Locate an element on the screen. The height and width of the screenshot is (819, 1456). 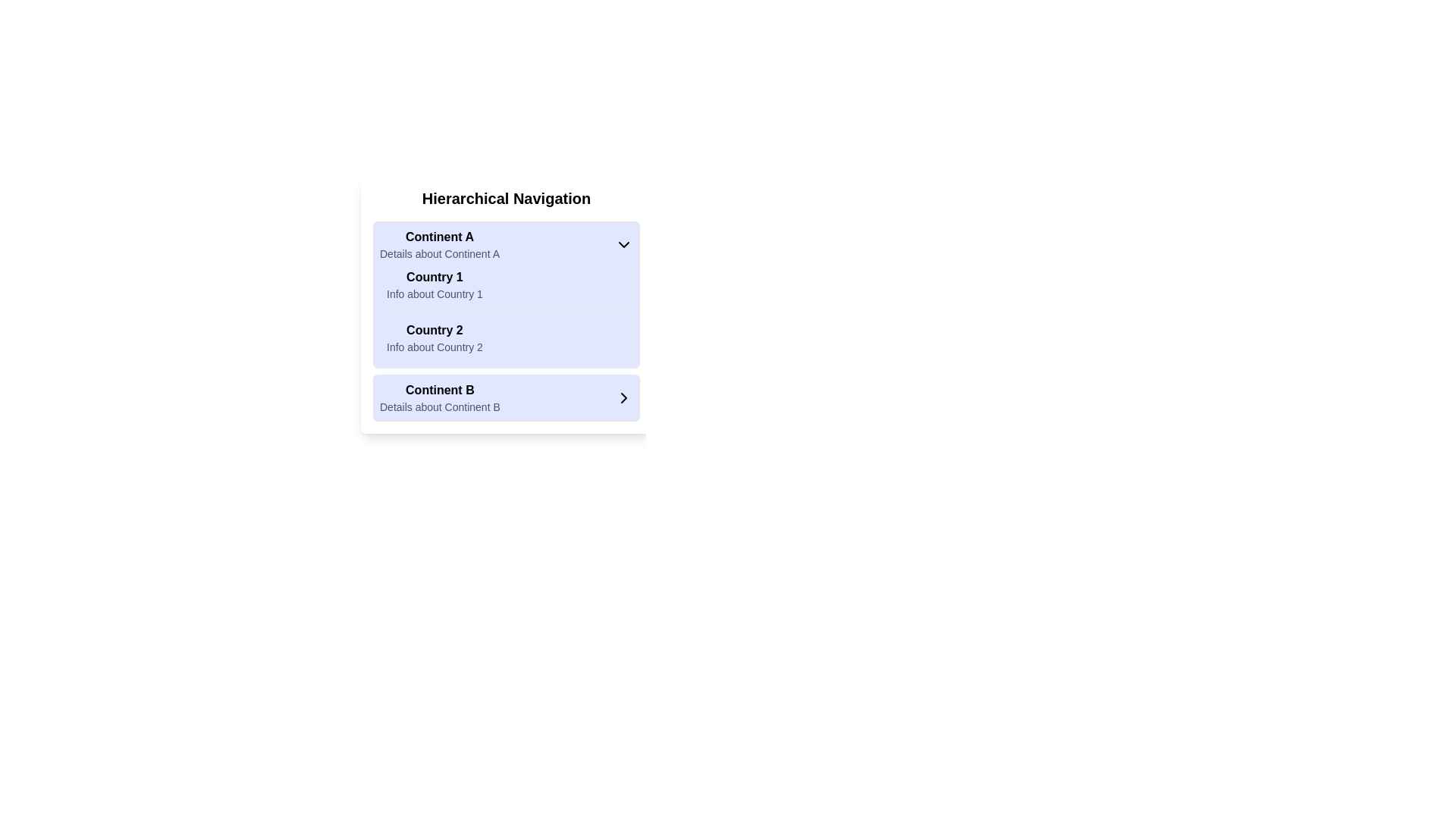
the Text block displaying the hierarchical navigation item with the bold header 'Continent B' and the smaller gray text 'Details about Continent B' is located at coordinates (439, 397).